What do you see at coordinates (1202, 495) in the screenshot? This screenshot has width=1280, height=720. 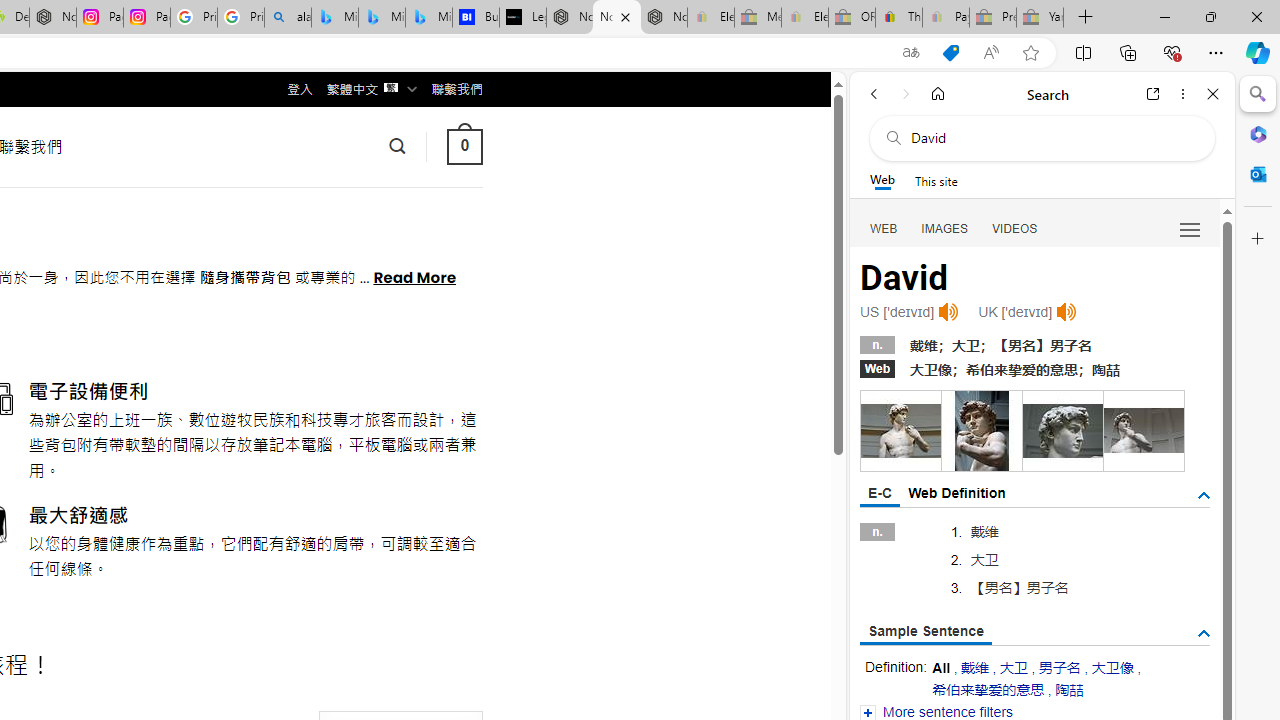 I see `'AutomationID: tgdef'` at bounding box center [1202, 495].